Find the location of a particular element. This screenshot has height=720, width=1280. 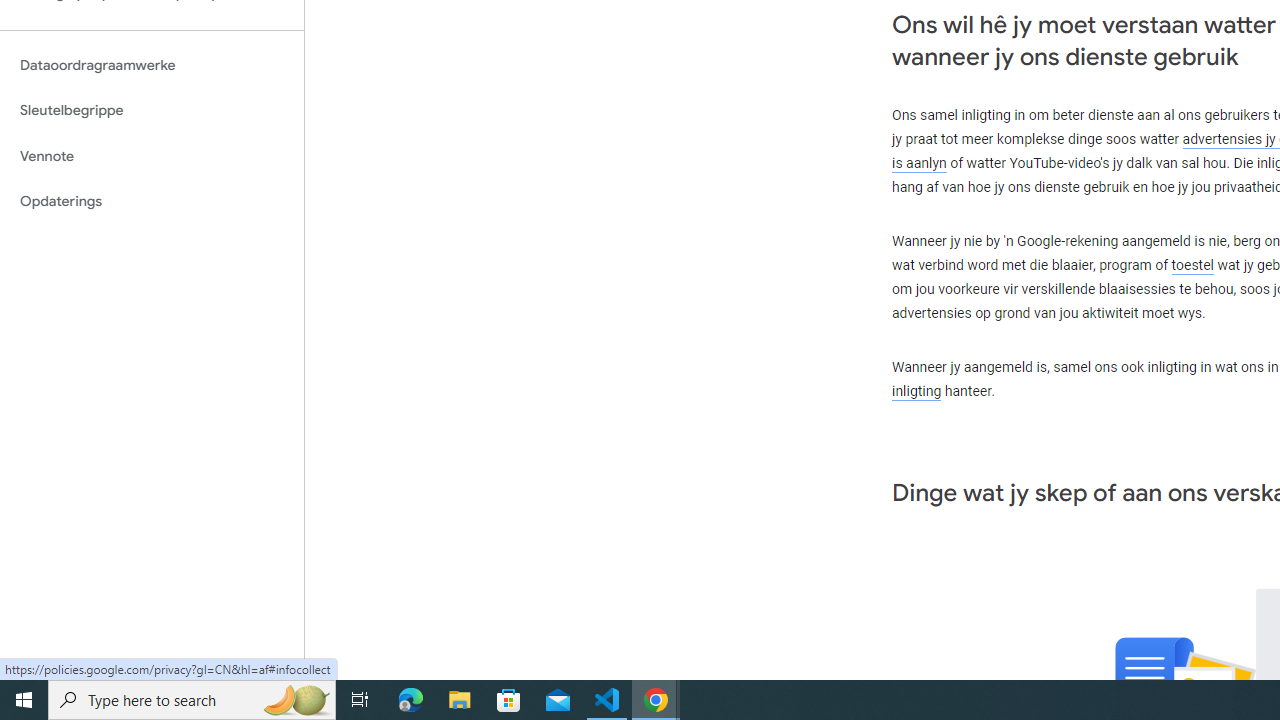

'Sleutelbegrippe' is located at coordinates (151, 110).